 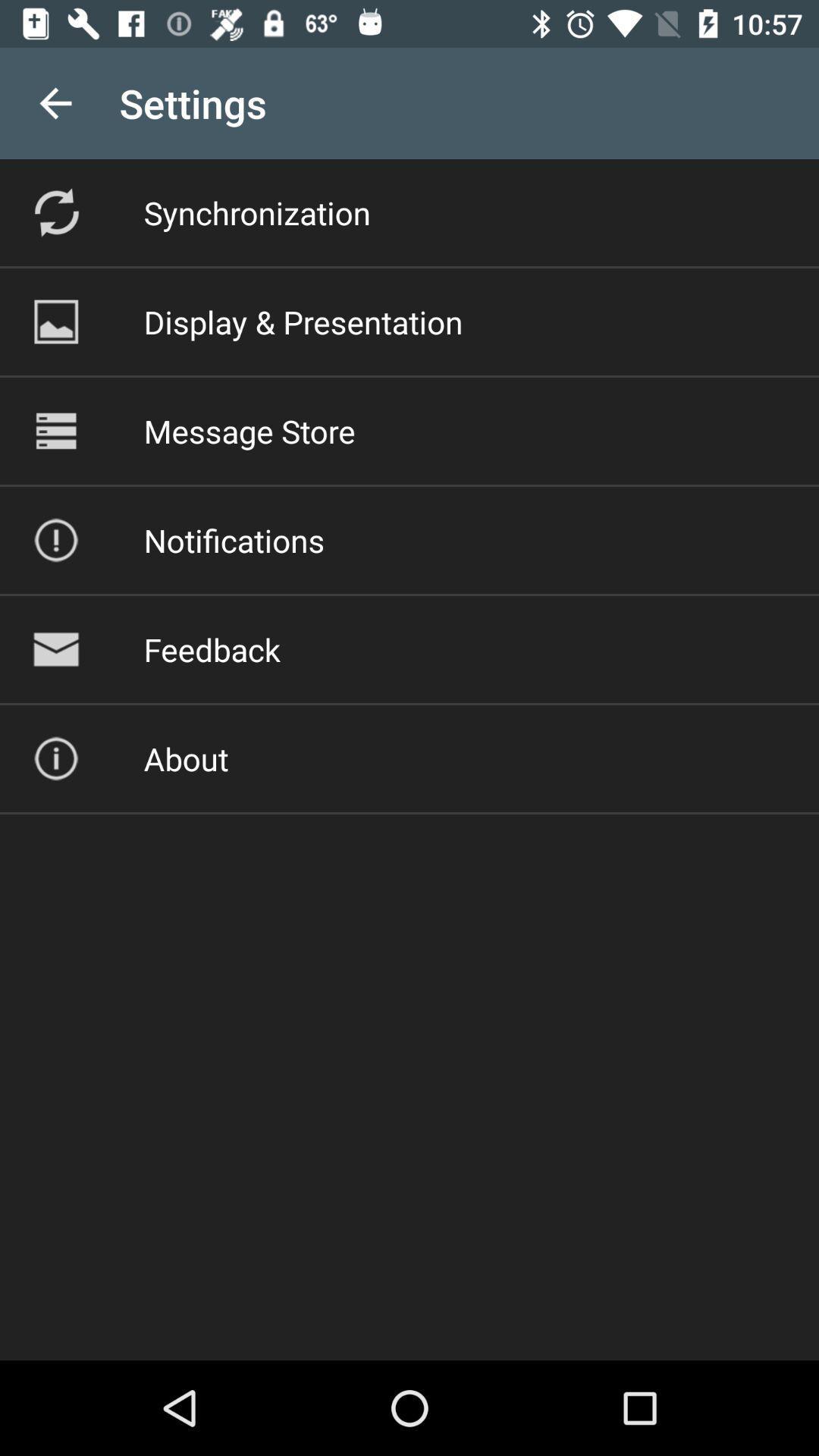 What do you see at coordinates (256, 212) in the screenshot?
I see `item above the display & presentation` at bounding box center [256, 212].